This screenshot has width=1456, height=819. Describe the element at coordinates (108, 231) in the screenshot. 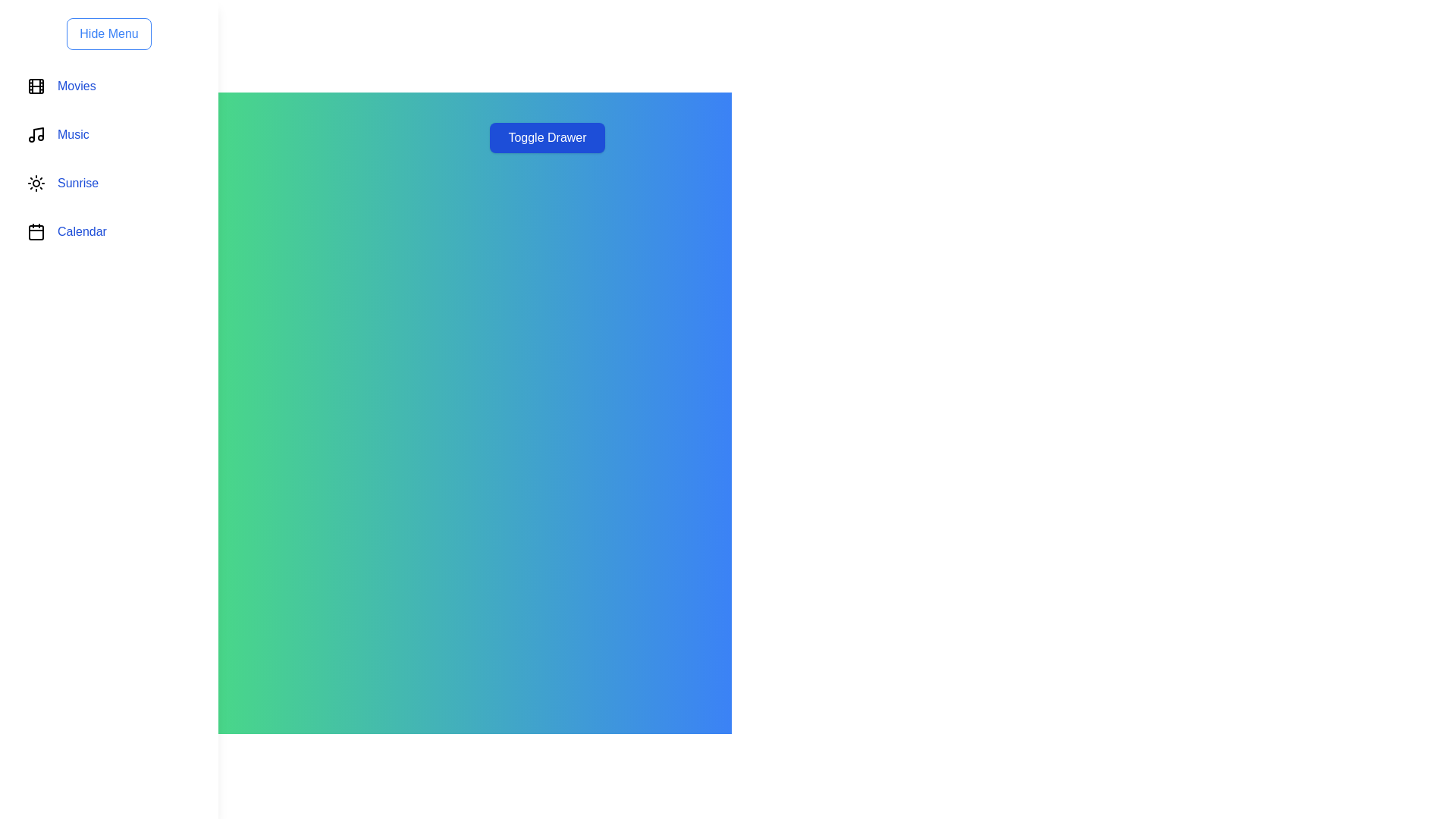

I see `the menu item labeled Calendar to observe its hover effect` at that location.